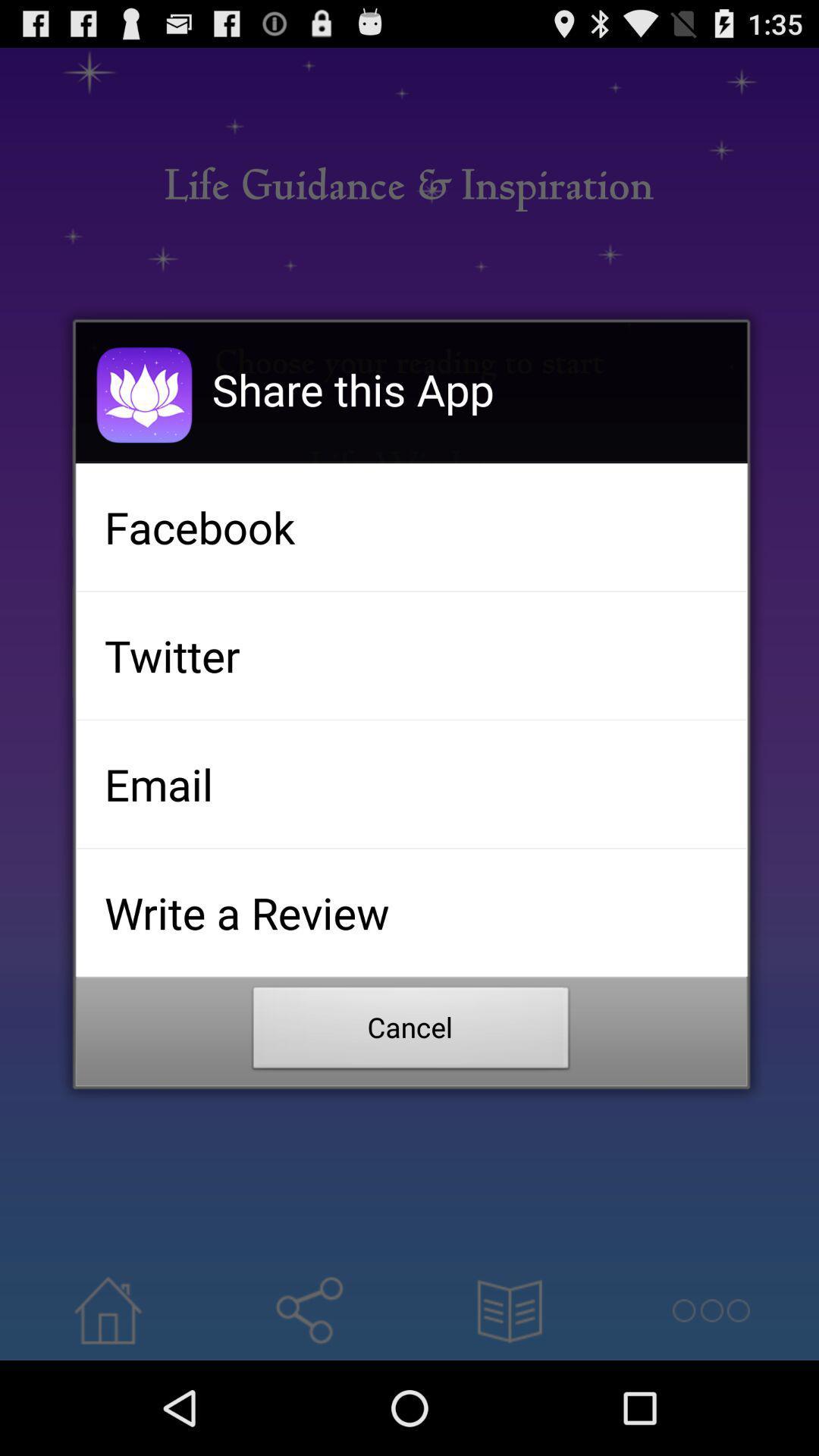  What do you see at coordinates (411, 1031) in the screenshot?
I see `button at the bottom` at bounding box center [411, 1031].